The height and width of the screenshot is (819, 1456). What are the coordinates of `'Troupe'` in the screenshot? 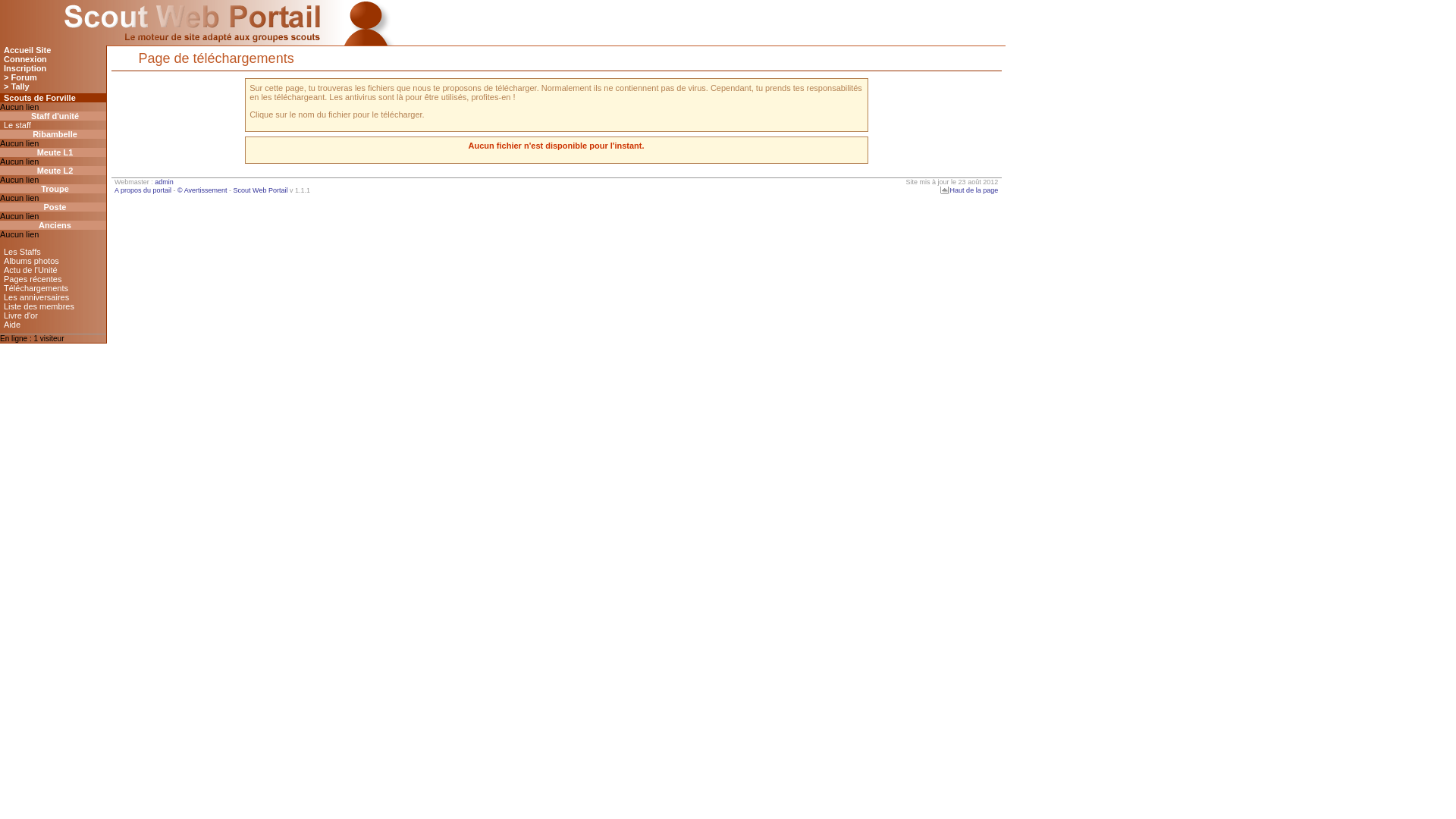 It's located at (53, 188).